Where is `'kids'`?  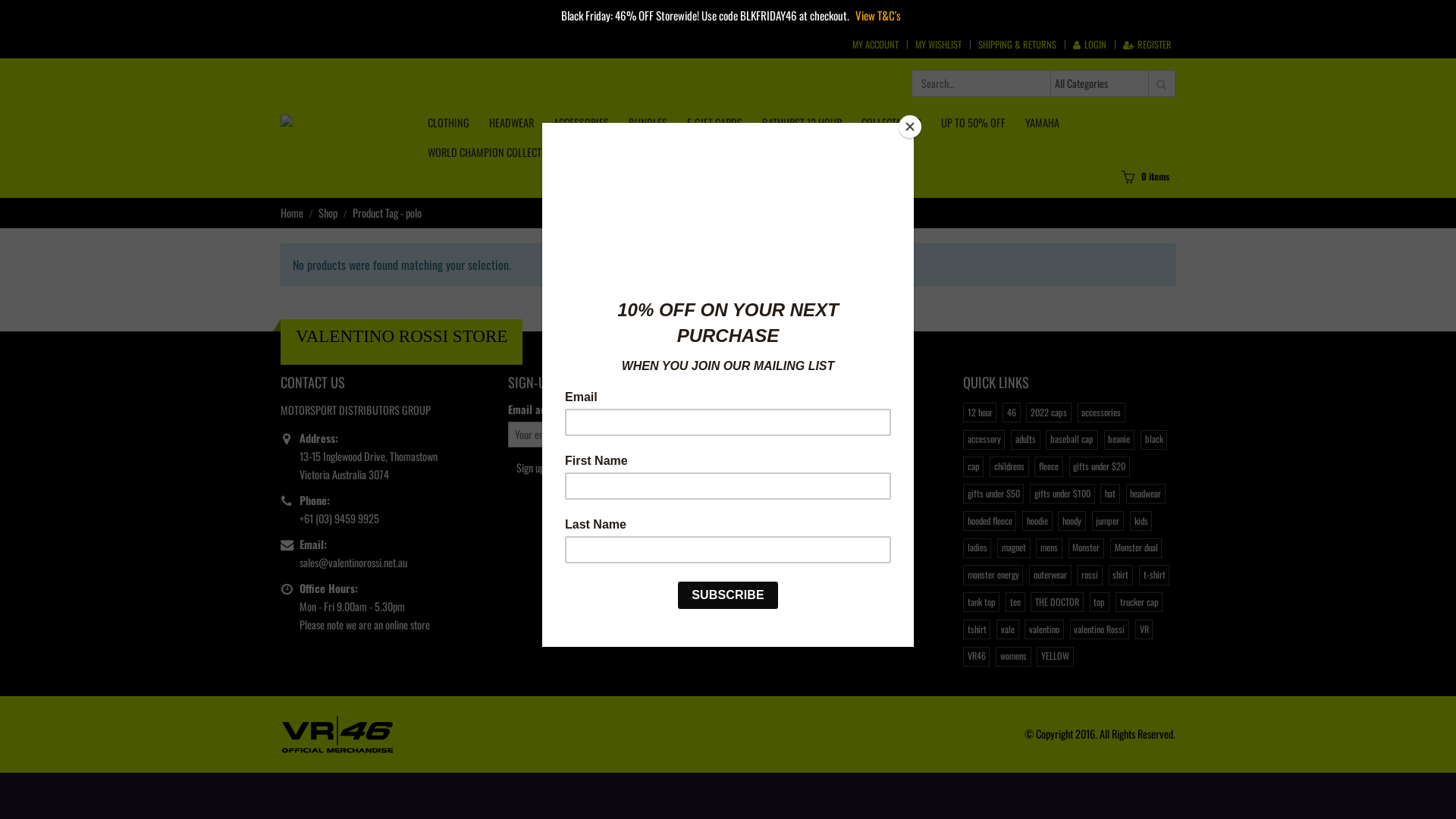 'kids' is located at coordinates (1141, 519).